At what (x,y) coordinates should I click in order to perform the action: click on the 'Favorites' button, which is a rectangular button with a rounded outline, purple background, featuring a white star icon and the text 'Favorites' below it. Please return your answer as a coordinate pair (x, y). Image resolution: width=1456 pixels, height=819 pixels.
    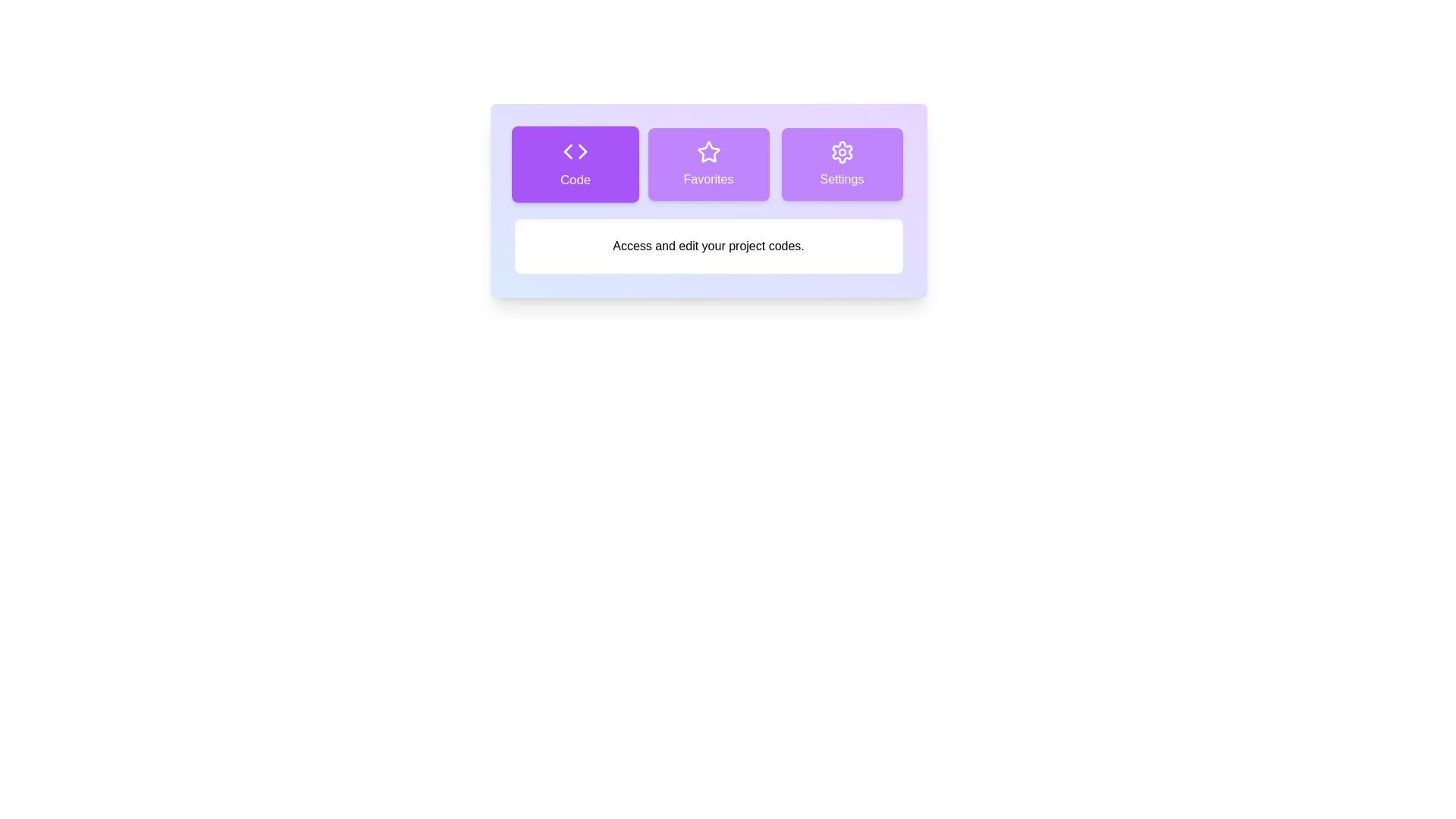
    Looking at the image, I should click on (708, 164).